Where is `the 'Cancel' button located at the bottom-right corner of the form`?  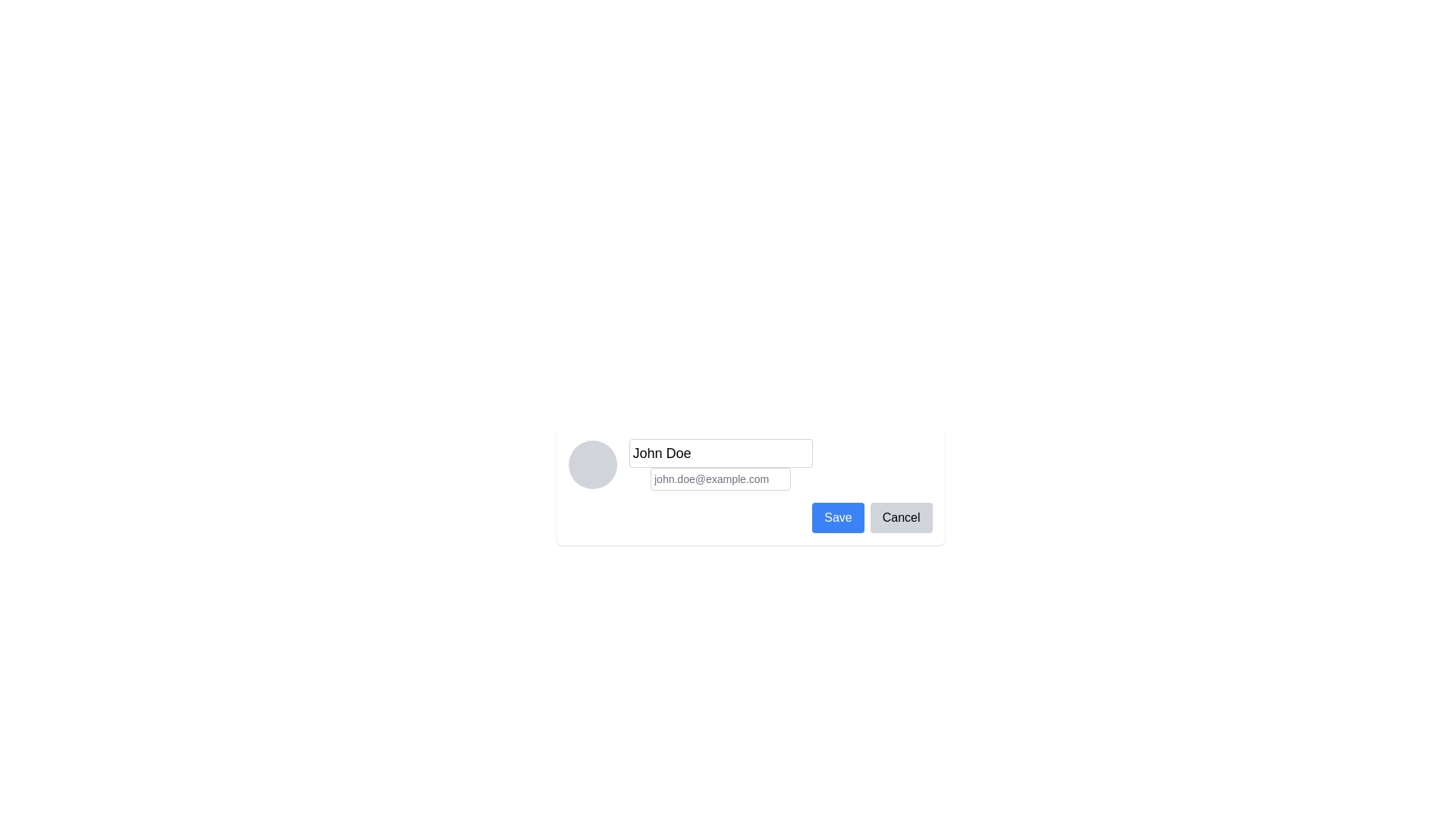 the 'Cancel' button located at the bottom-right corner of the form is located at coordinates (901, 516).